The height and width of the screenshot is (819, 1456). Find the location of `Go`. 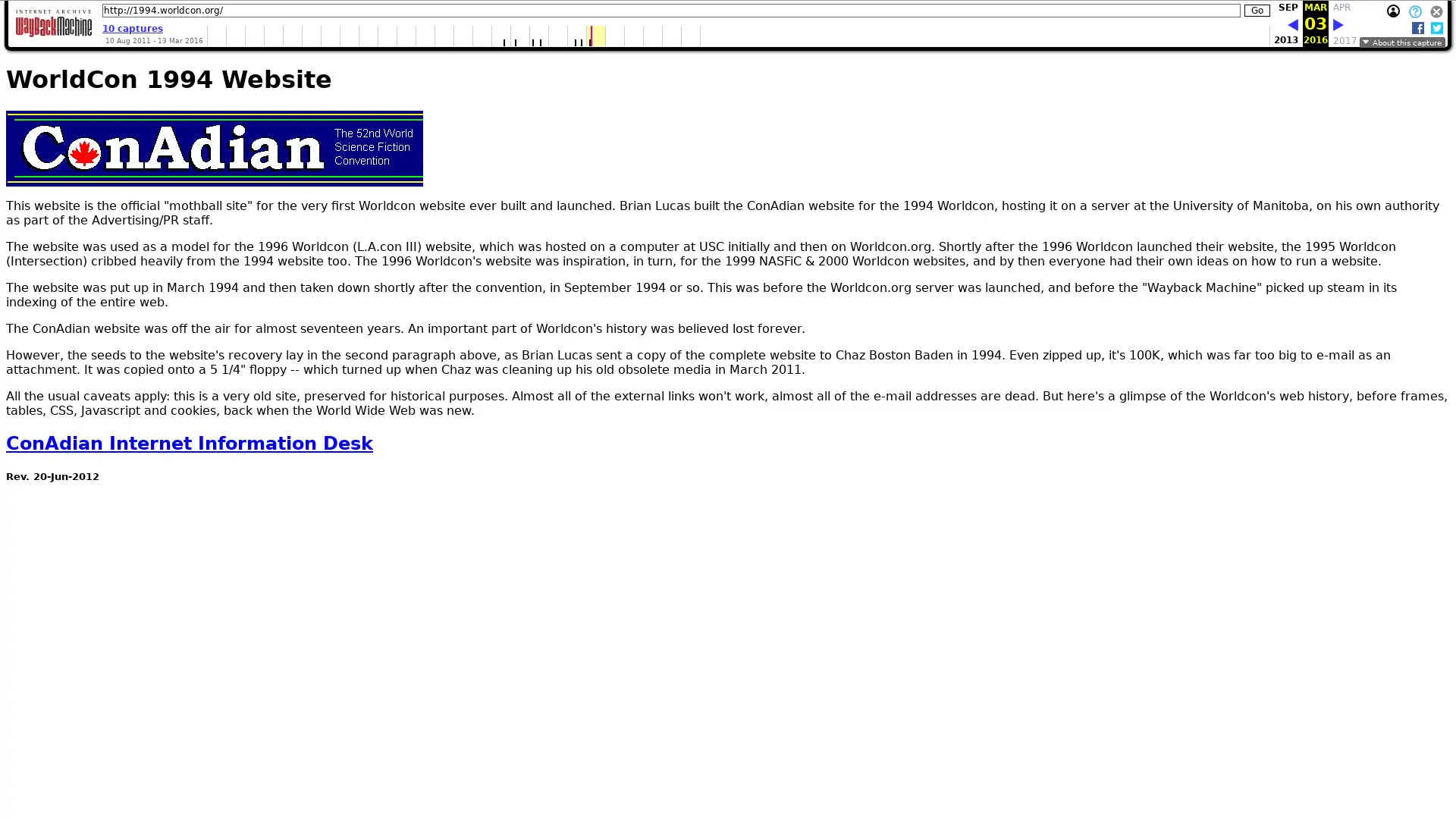

Go is located at coordinates (1257, 11).